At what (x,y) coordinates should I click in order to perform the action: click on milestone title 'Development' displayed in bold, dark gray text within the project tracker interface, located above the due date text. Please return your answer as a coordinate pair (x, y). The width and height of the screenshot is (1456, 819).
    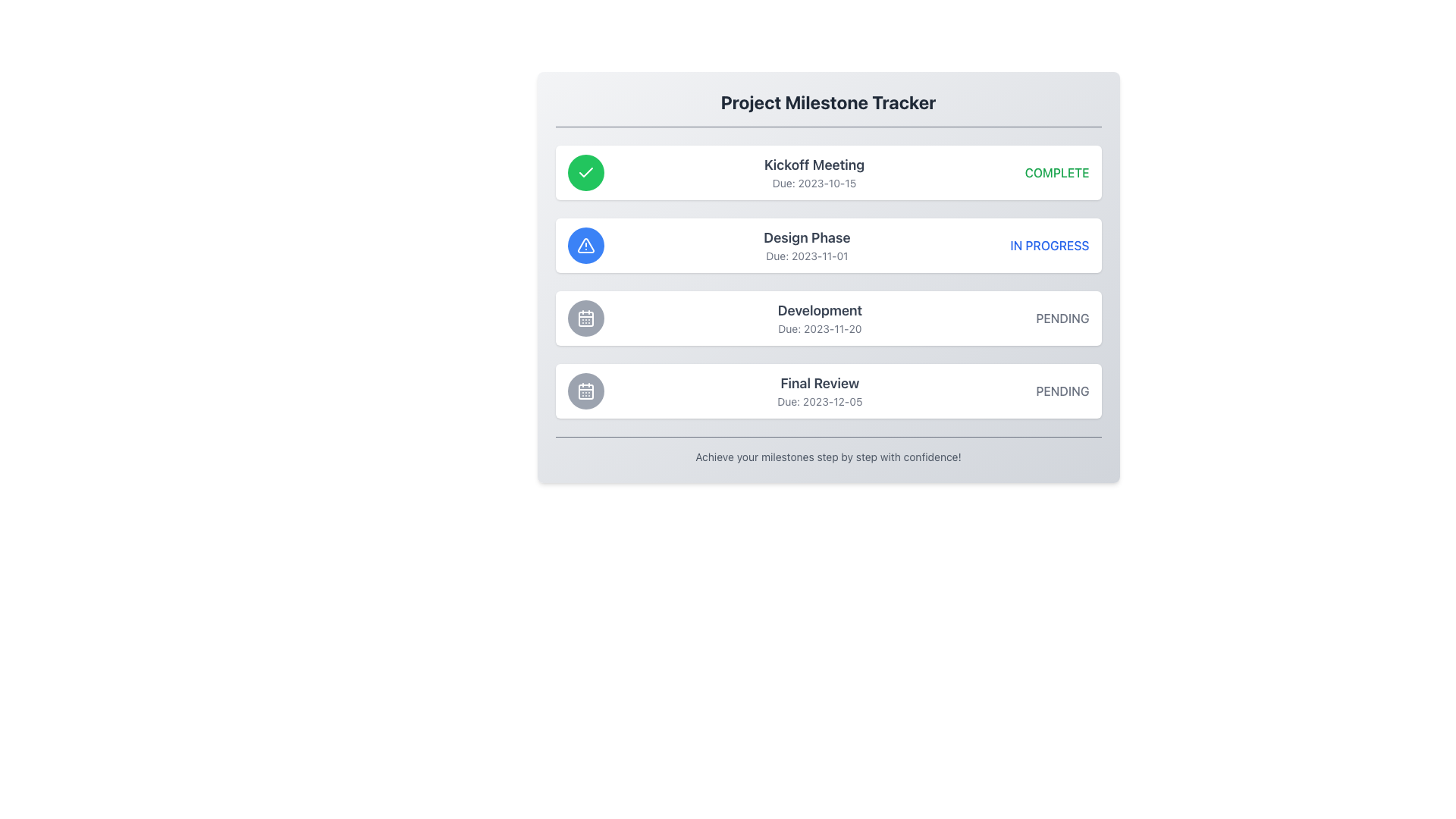
    Looking at the image, I should click on (819, 309).